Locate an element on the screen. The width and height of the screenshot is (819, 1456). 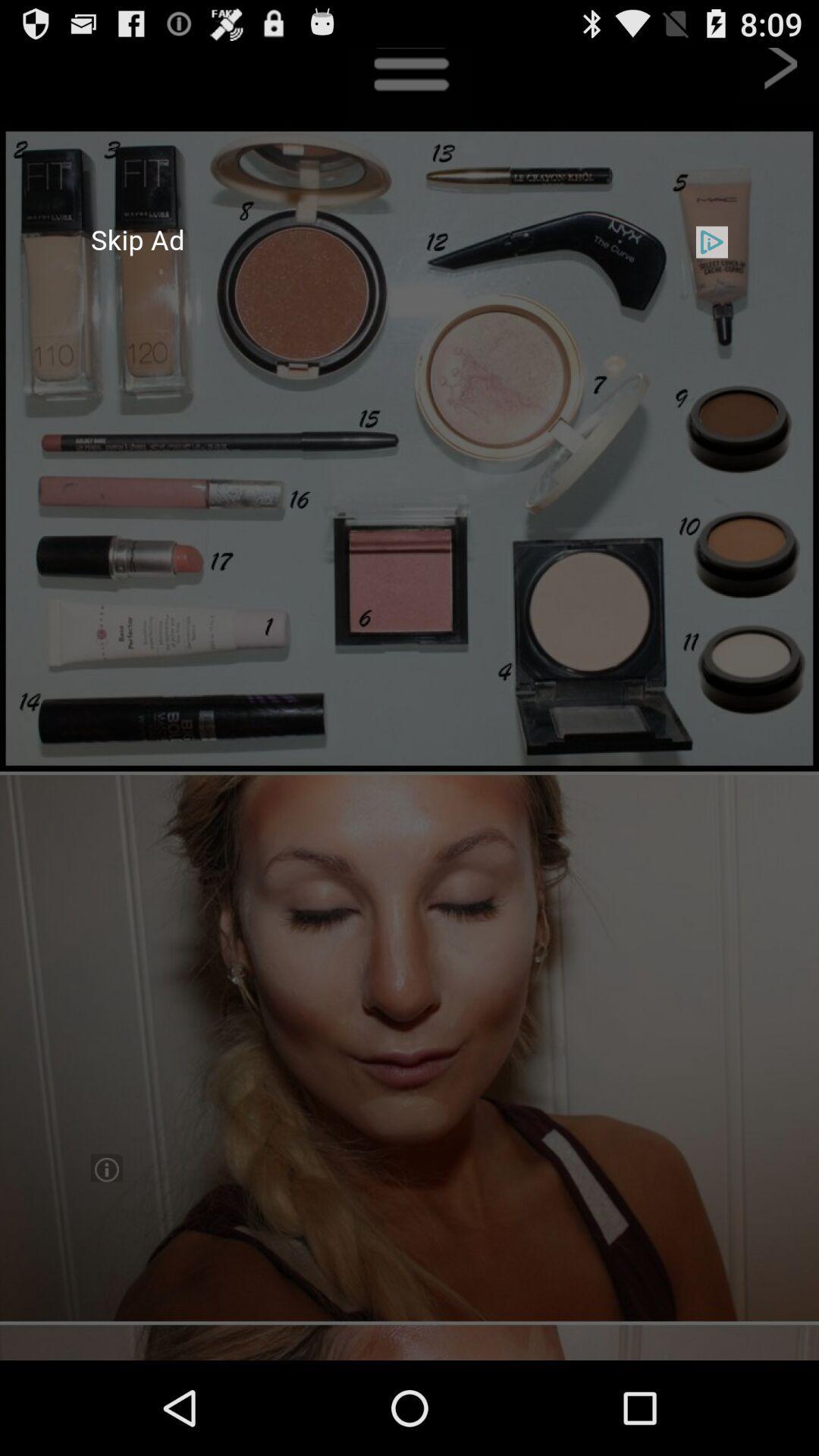
skip advertisement is located at coordinates (409, 703).